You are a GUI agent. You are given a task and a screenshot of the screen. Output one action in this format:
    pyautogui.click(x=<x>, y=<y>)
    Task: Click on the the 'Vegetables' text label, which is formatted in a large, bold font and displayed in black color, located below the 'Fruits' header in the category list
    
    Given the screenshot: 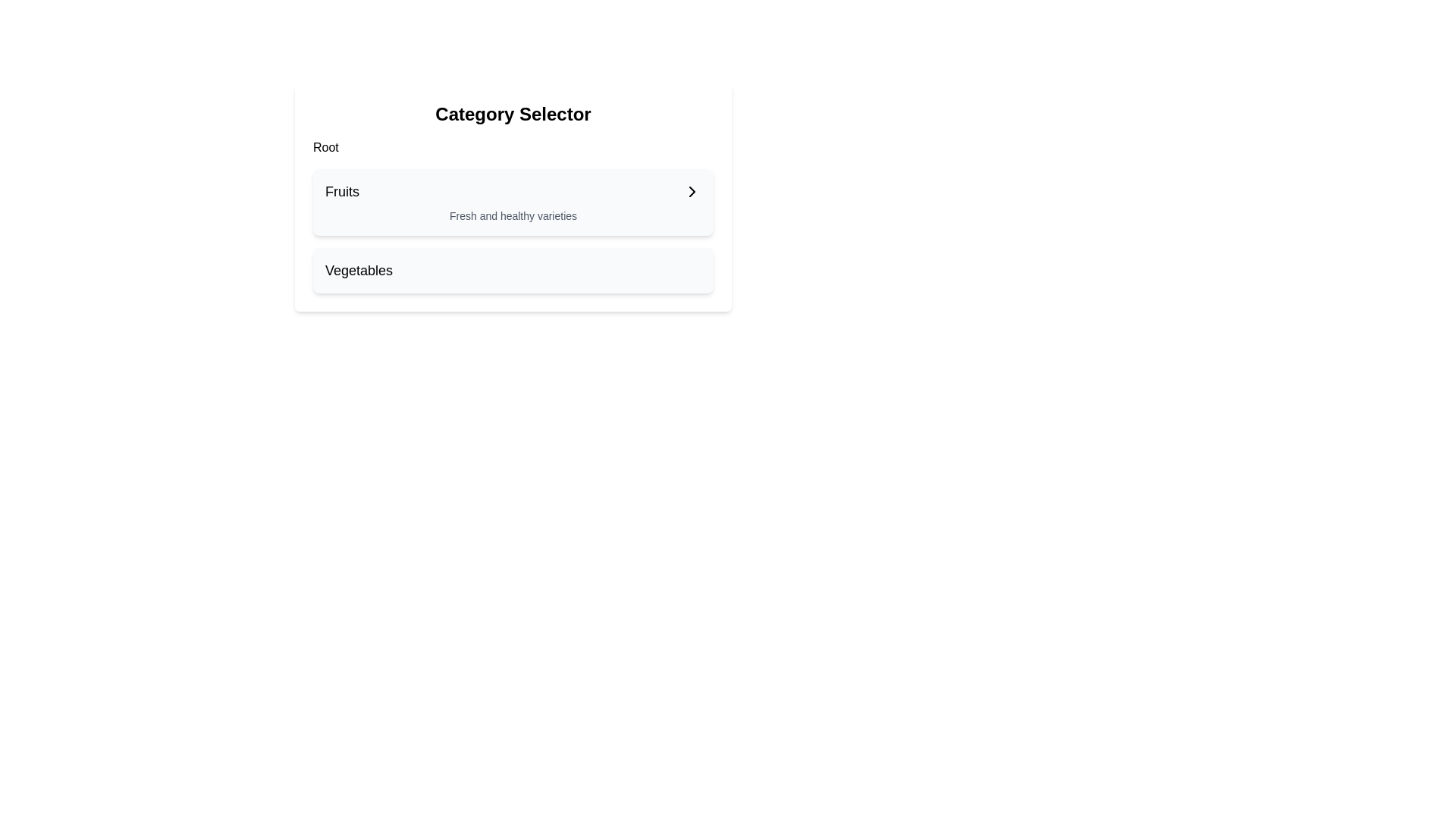 What is the action you would take?
    pyautogui.click(x=358, y=270)
    